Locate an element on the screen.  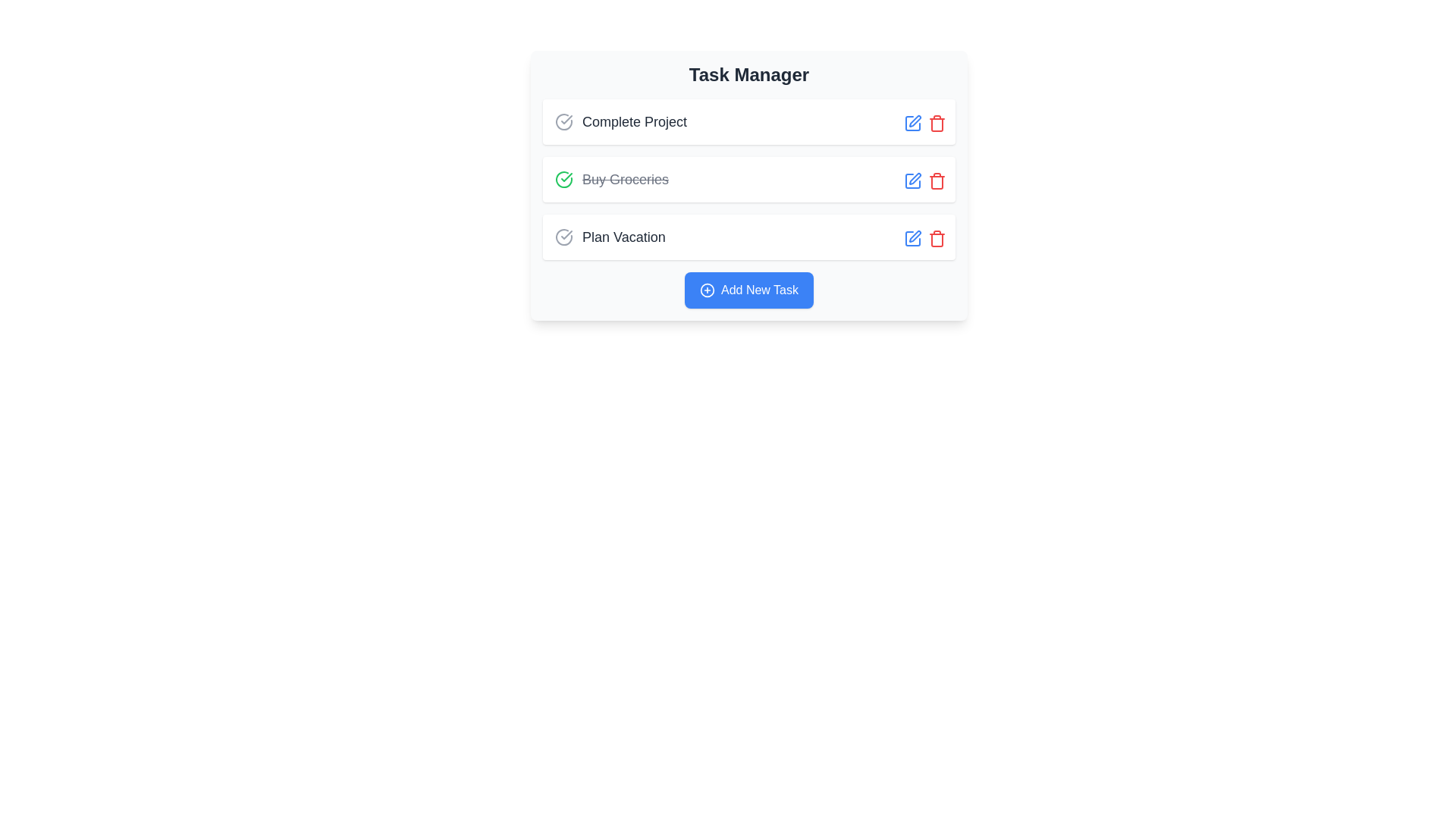
the completed task item that is the second task in the task management interface, located below 'Complete Project' and above 'Plan Vacation' is located at coordinates (611, 178).